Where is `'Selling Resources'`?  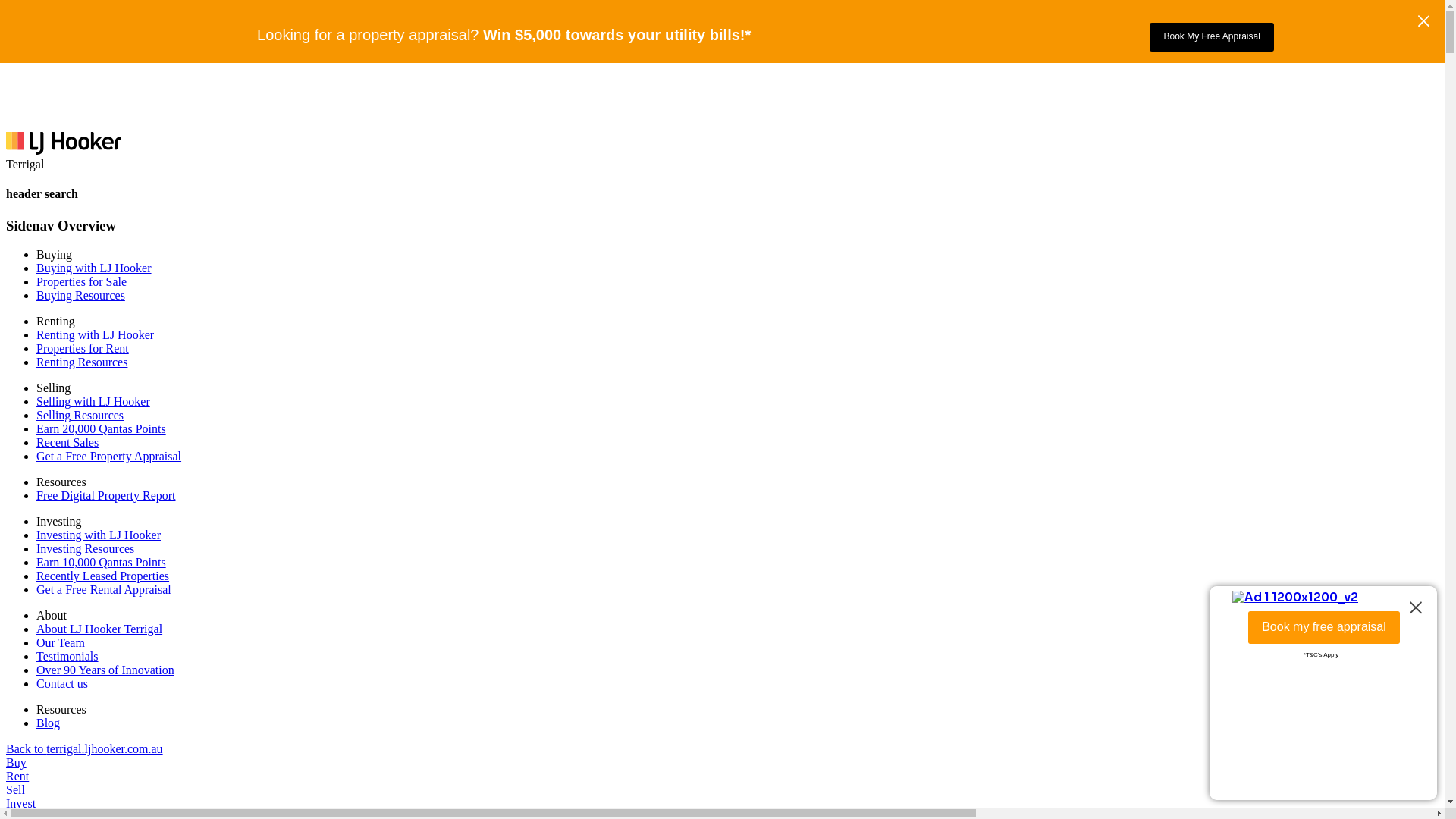
'Selling Resources' is located at coordinates (36, 415).